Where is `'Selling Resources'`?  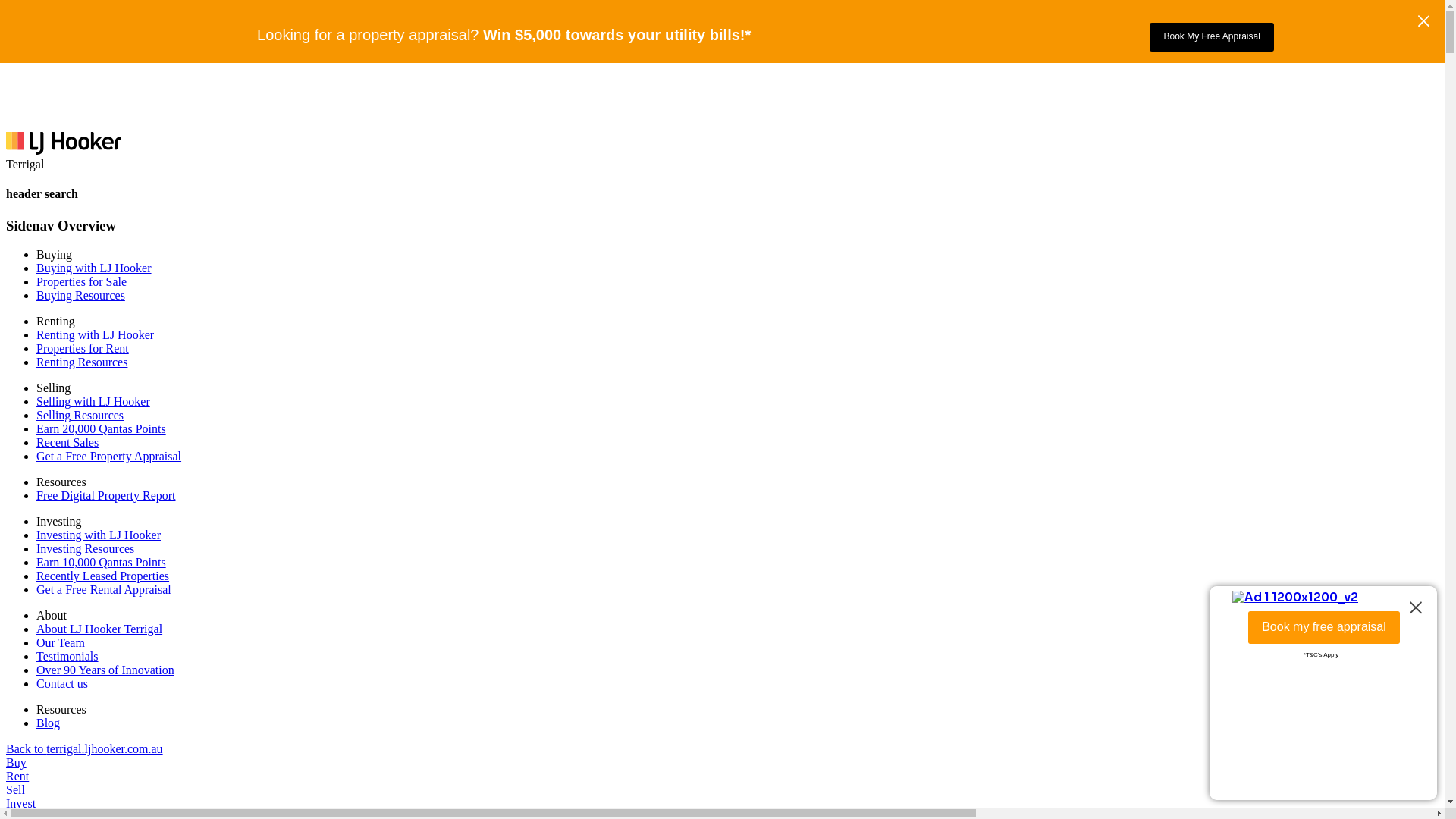
'Selling Resources' is located at coordinates (36, 415).